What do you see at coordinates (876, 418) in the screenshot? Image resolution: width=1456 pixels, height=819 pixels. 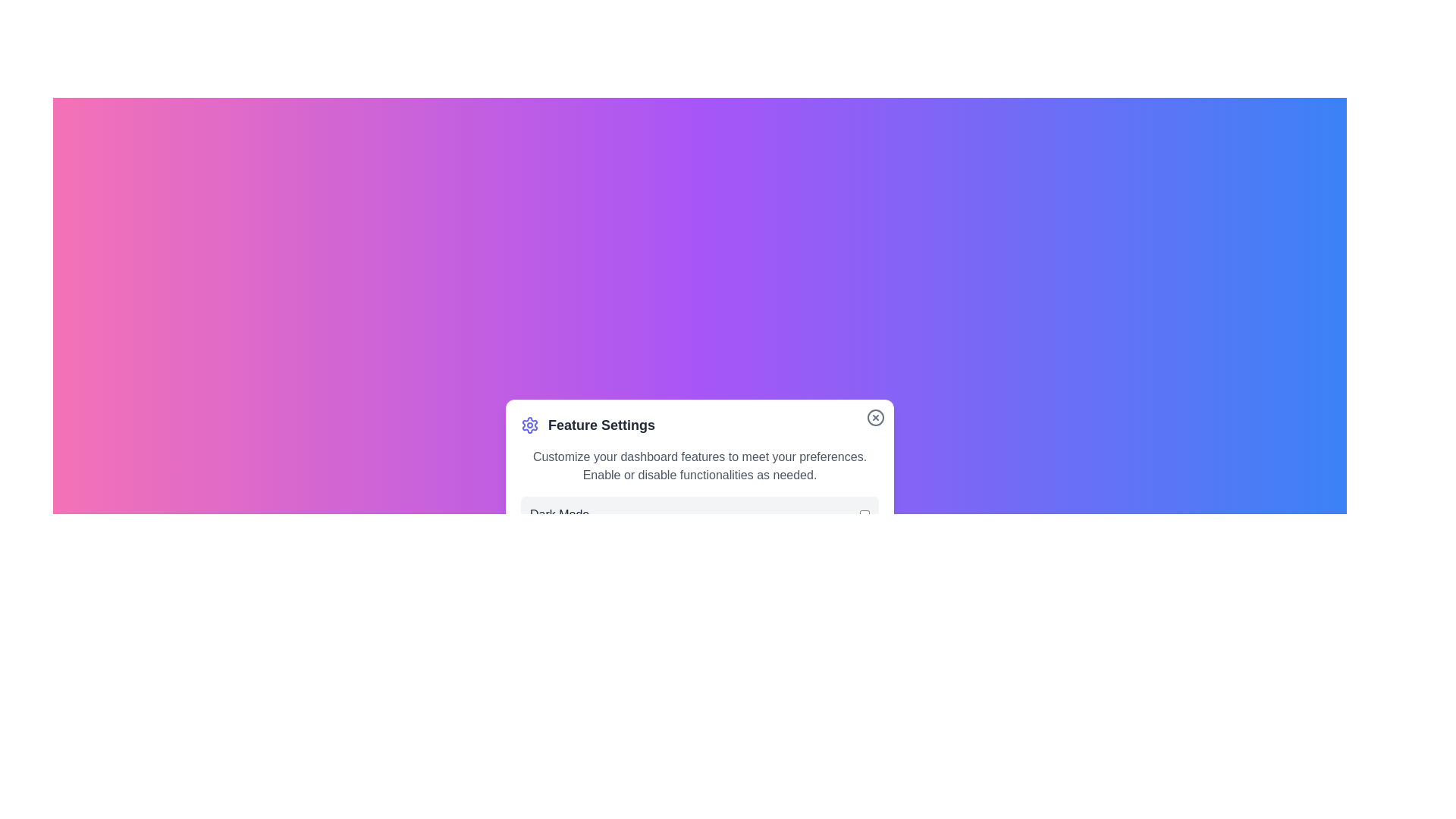 I see `the close button, which is represented by a circular decorative component within a cross-shaped icon located at the top-right corner of the settings interface` at bounding box center [876, 418].